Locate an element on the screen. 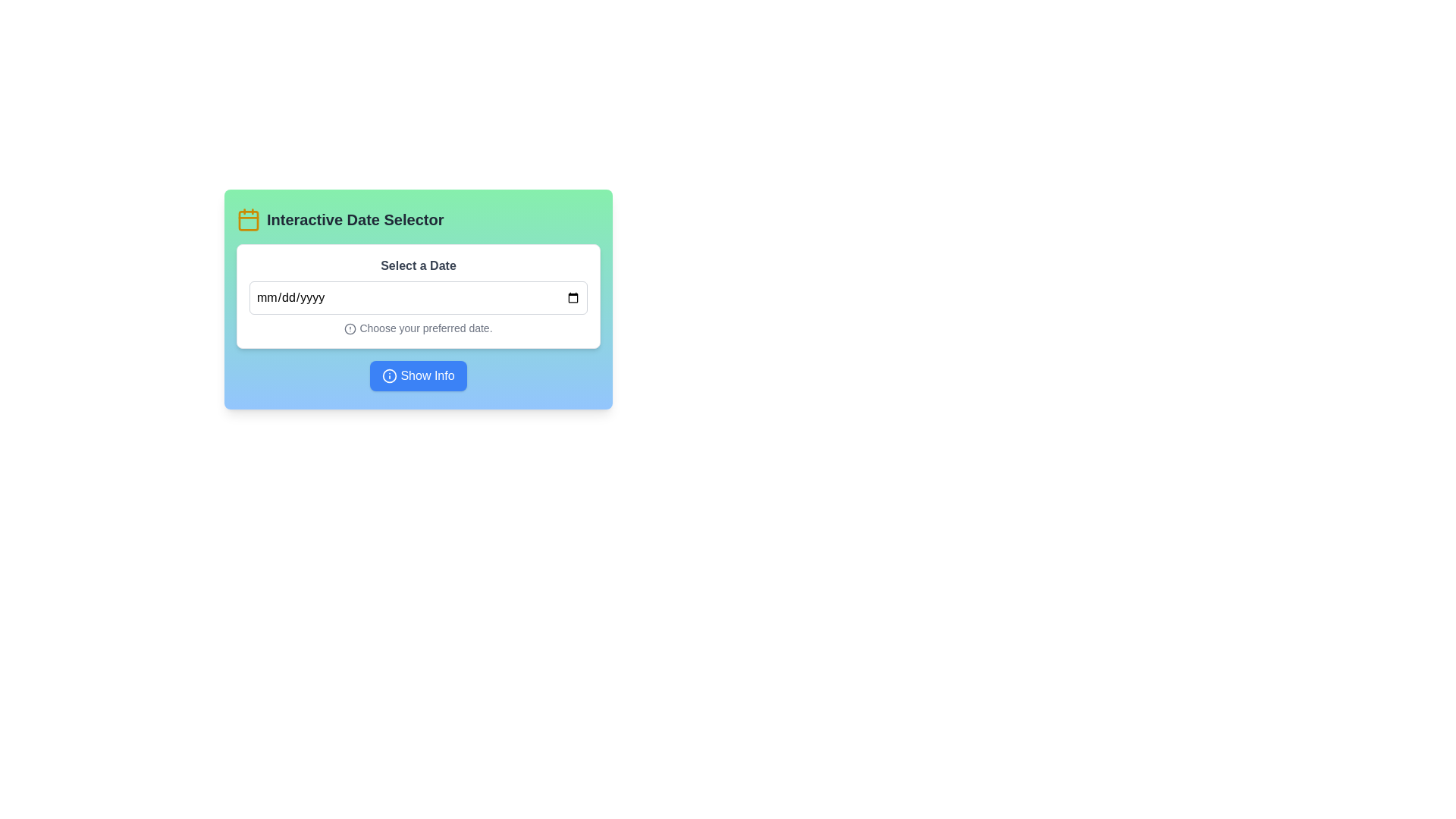  the SVG circle element located within the 'Show Info' button, which is styled as an informational icon and positioned slightly below the button's label is located at coordinates (390, 375).